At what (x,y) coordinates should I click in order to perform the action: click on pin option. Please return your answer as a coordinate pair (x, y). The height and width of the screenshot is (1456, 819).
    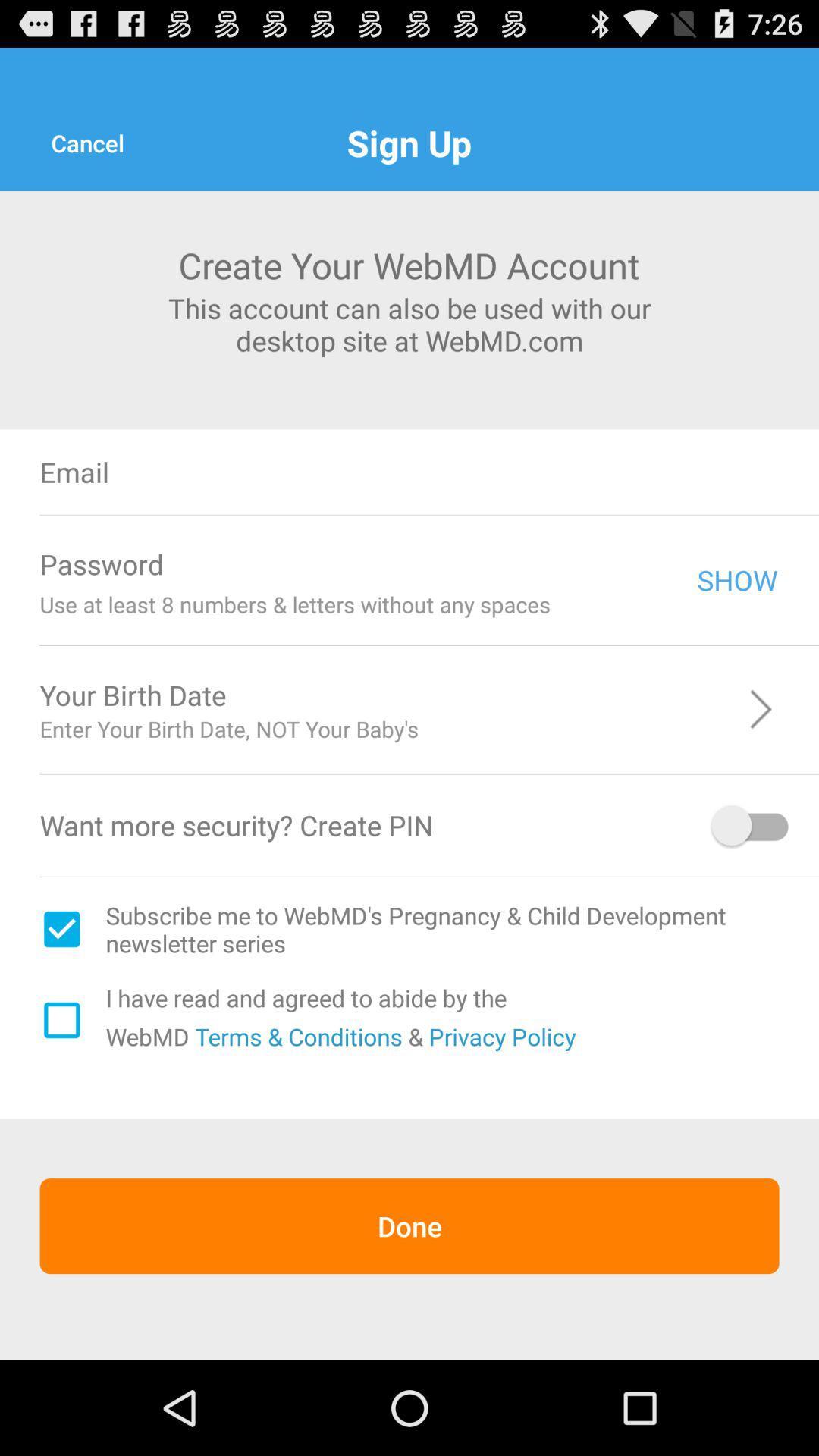
    Looking at the image, I should click on (752, 824).